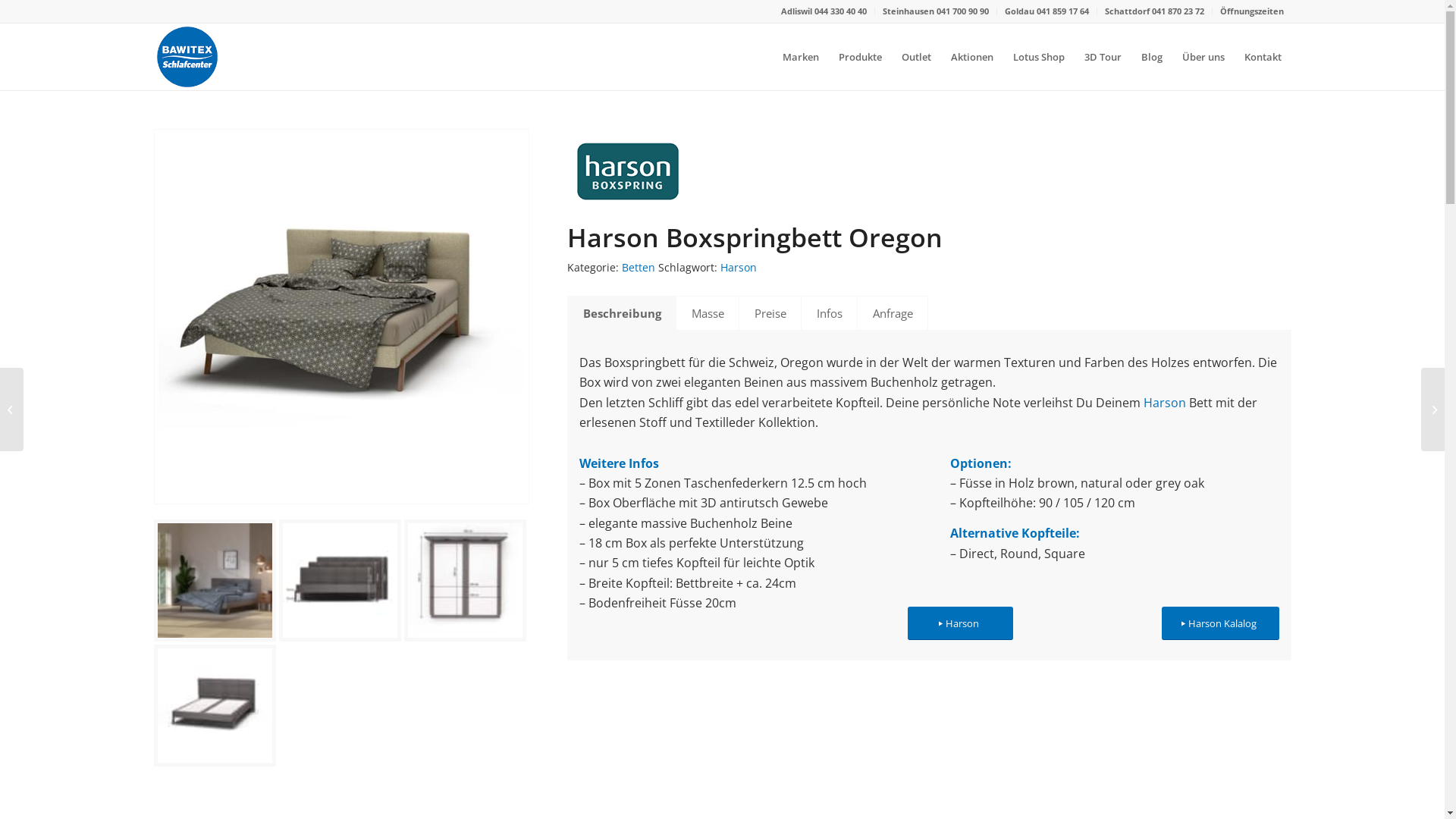 This screenshot has width=1456, height=819. What do you see at coordinates (705, 312) in the screenshot?
I see `'Masse'` at bounding box center [705, 312].